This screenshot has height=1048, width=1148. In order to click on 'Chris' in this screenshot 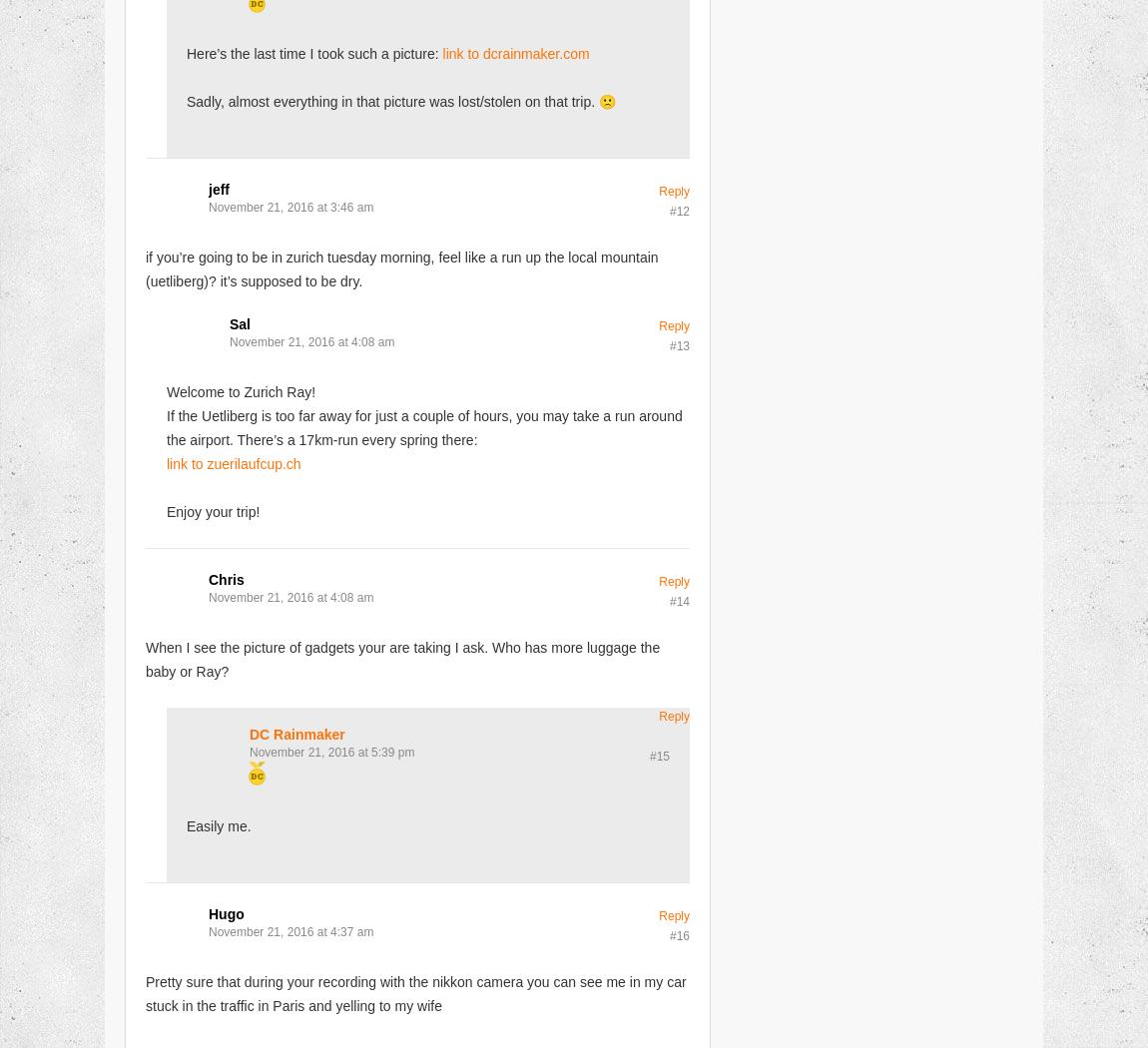, I will do `click(225, 578)`.